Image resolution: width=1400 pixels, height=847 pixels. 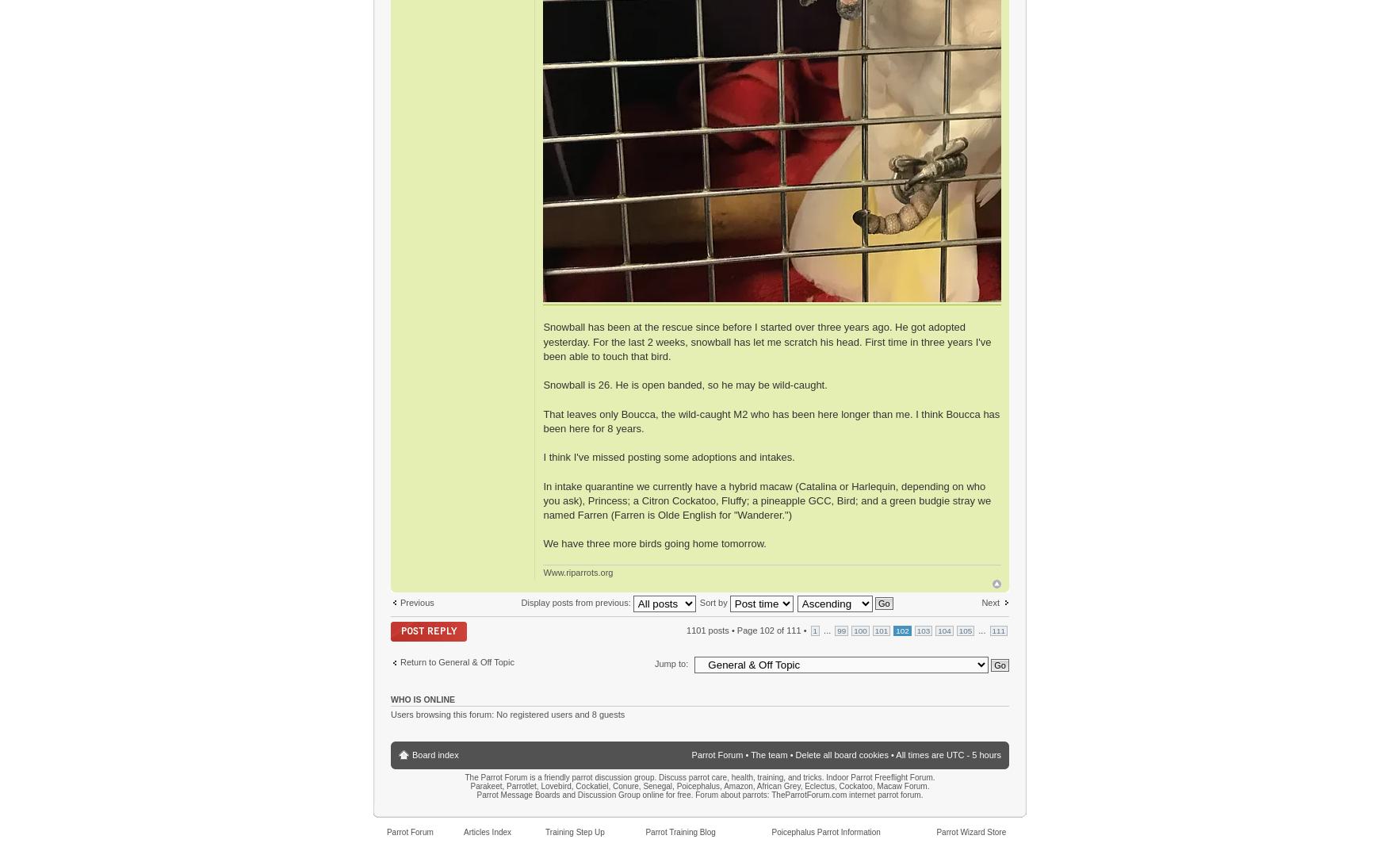 What do you see at coordinates (416, 602) in the screenshot?
I see `'Previous'` at bounding box center [416, 602].